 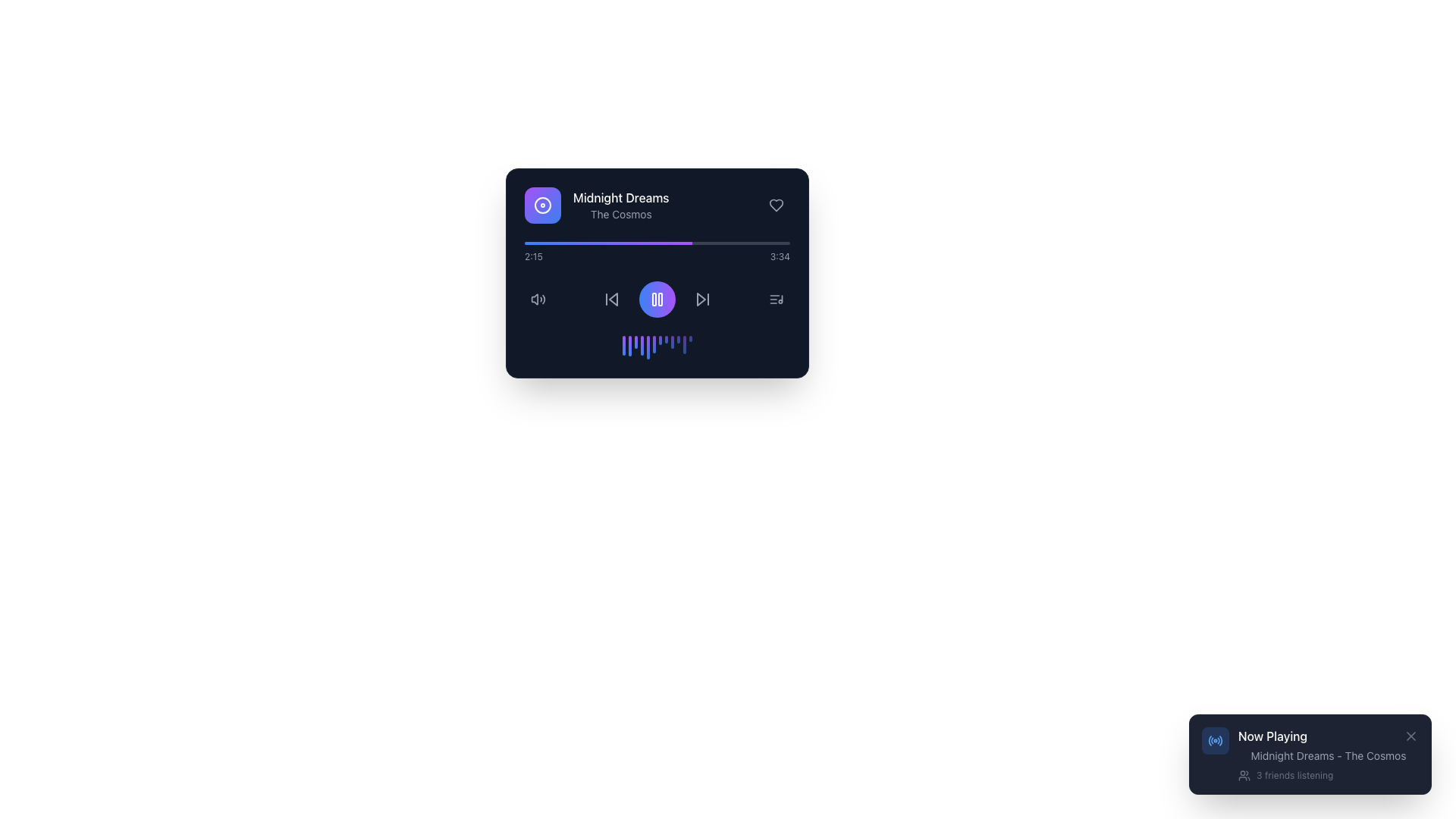 What do you see at coordinates (683, 345) in the screenshot?
I see `the eleventh vertical audio visualizer bar located at the bottom of the music player interface, which indicates audio levels or rhythm visualization` at bounding box center [683, 345].